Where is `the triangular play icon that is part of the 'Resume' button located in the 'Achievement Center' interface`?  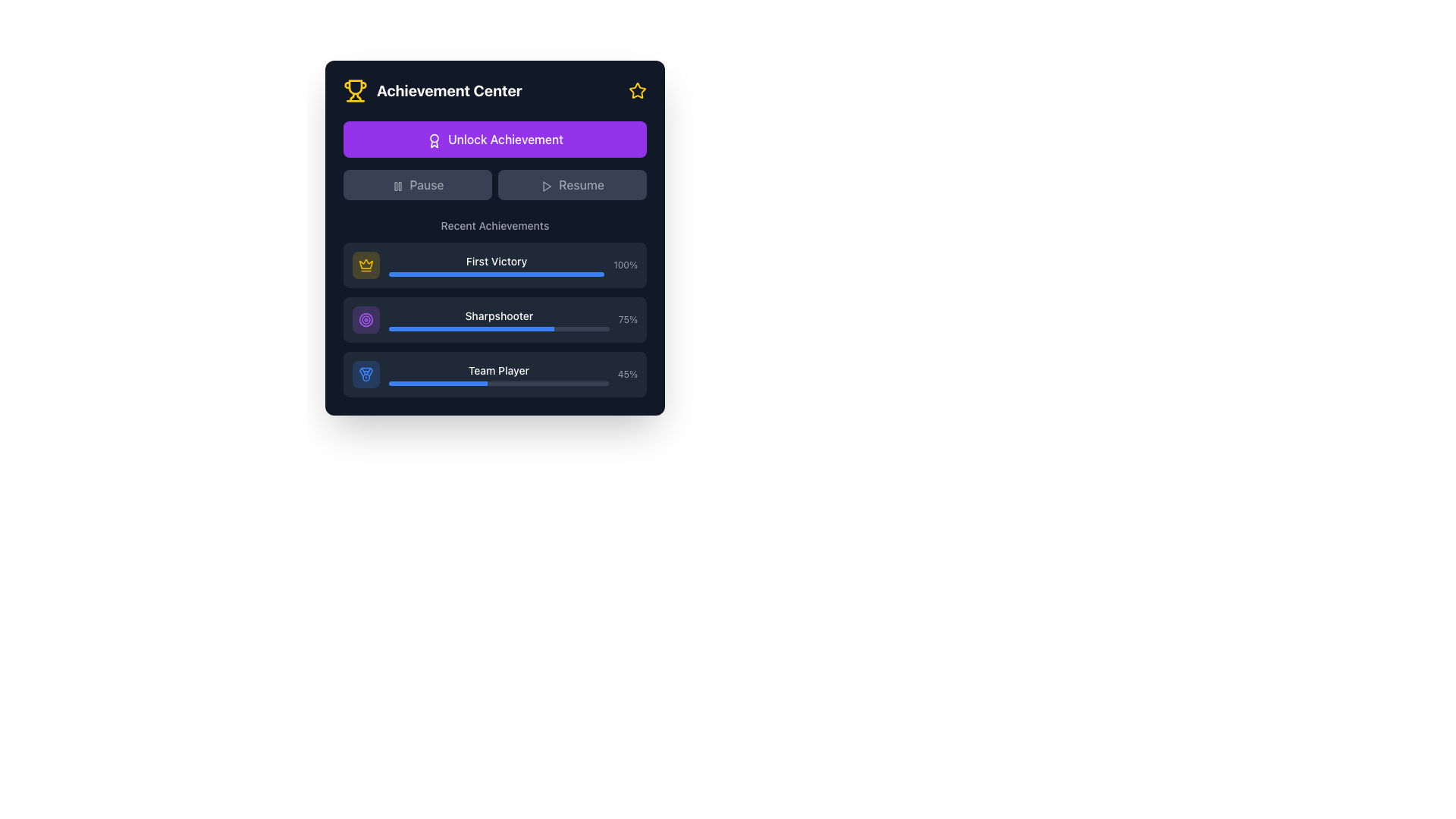
the triangular play icon that is part of the 'Resume' button located in the 'Achievement Center' interface is located at coordinates (546, 185).